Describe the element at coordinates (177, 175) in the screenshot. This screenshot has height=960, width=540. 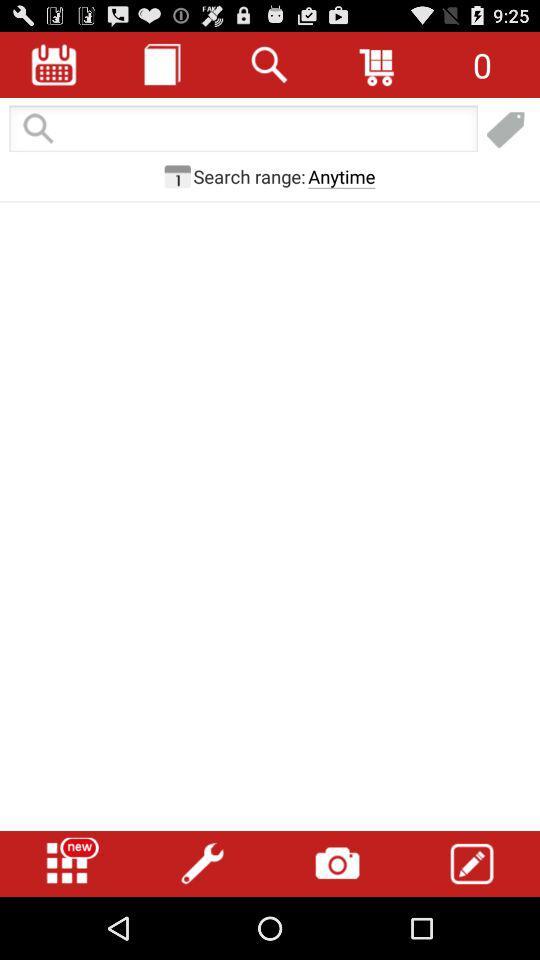
I see `icon next to search range: icon` at that location.